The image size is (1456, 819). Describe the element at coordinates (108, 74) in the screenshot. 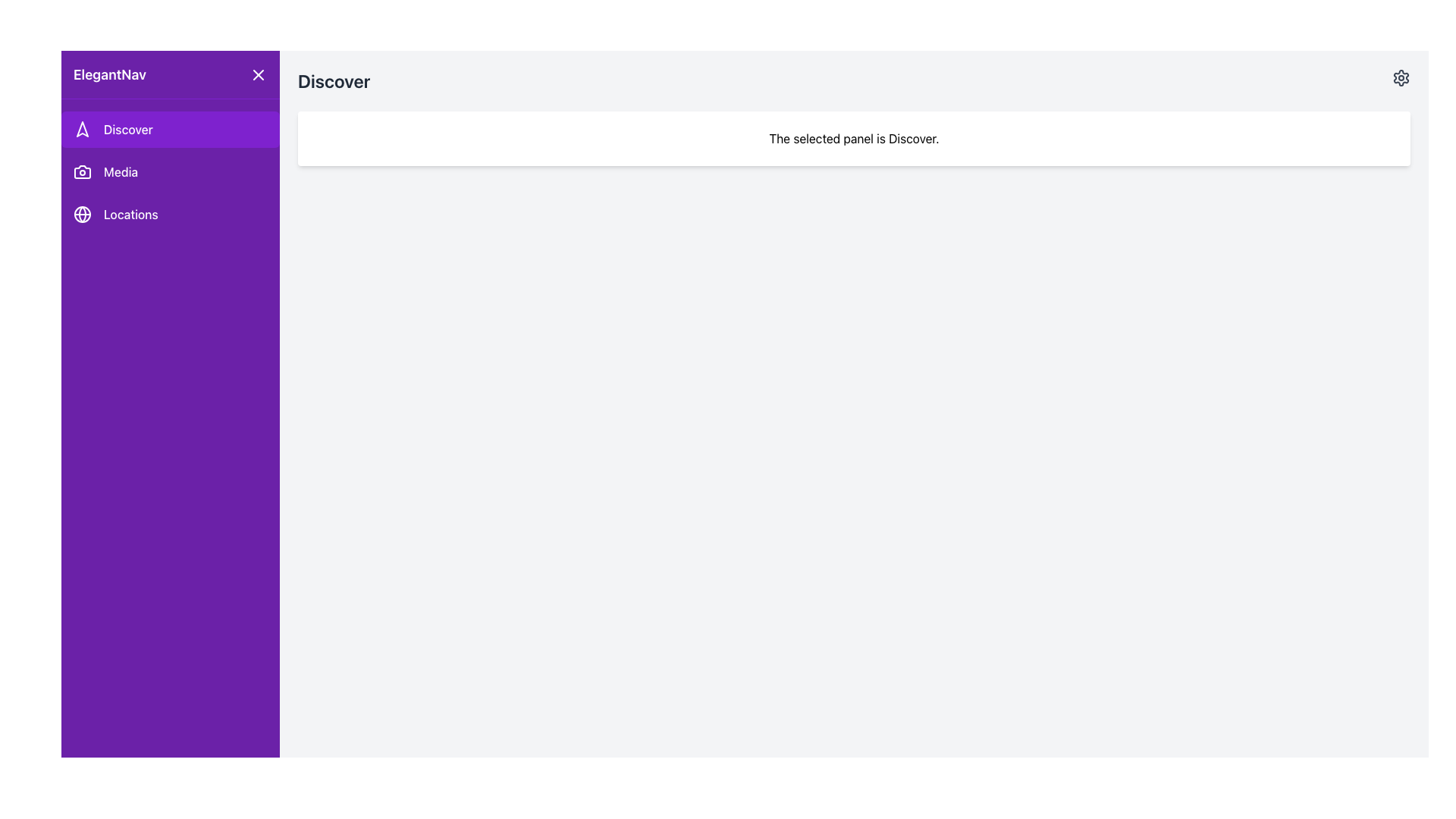

I see `text from the Text Label located at the top-left corner of the purple-colored sidebar, which serves as a title for the navigation section` at that location.